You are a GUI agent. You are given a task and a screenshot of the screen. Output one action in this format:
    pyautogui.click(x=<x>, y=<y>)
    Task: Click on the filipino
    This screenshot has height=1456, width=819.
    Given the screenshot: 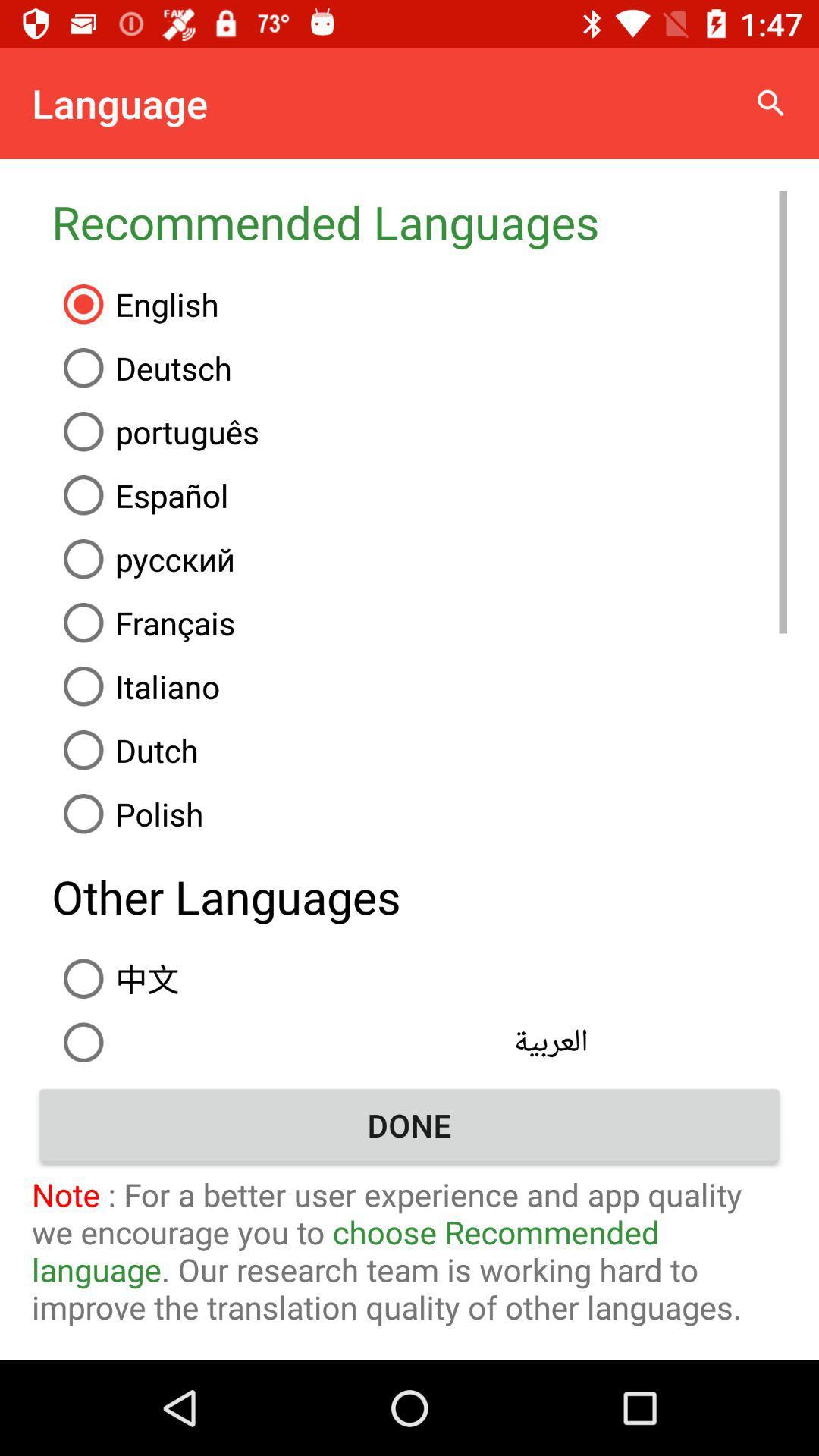 What is the action you would take?
    pyautogui.click(x=419, y=1075)
    